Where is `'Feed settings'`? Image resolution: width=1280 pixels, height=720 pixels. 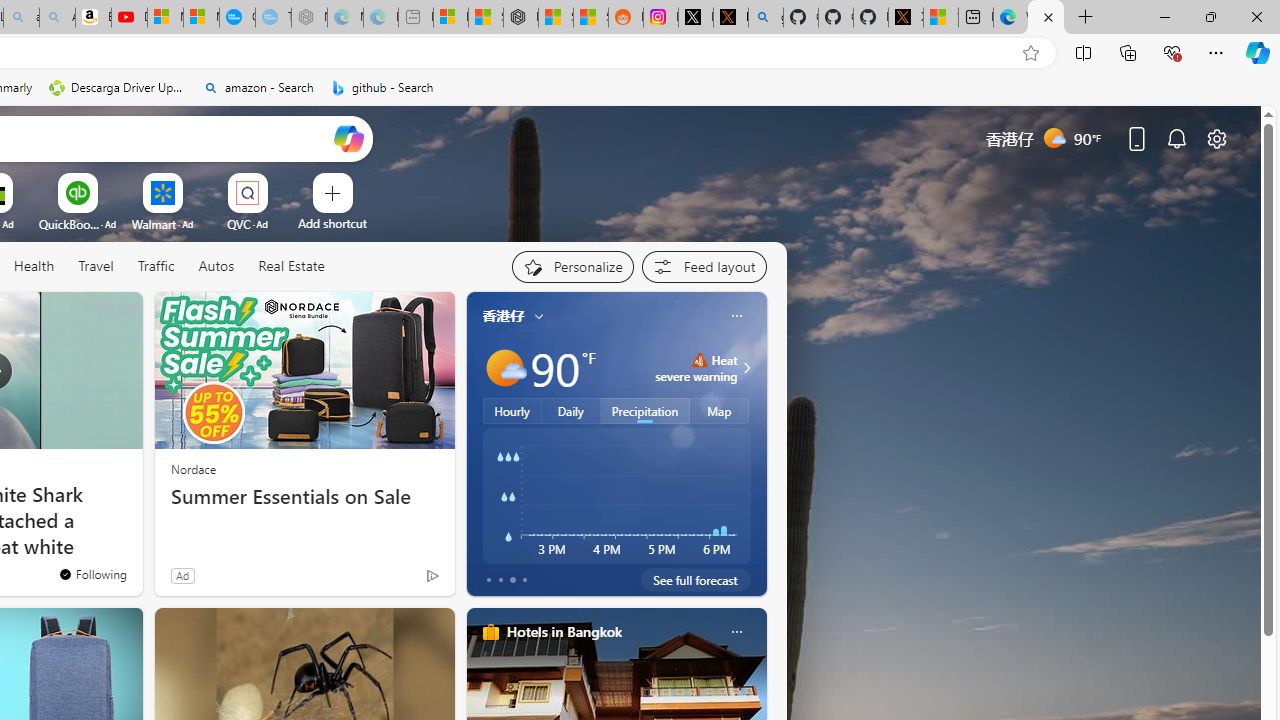 'Feed settings' is located at coordinates (704, 266).